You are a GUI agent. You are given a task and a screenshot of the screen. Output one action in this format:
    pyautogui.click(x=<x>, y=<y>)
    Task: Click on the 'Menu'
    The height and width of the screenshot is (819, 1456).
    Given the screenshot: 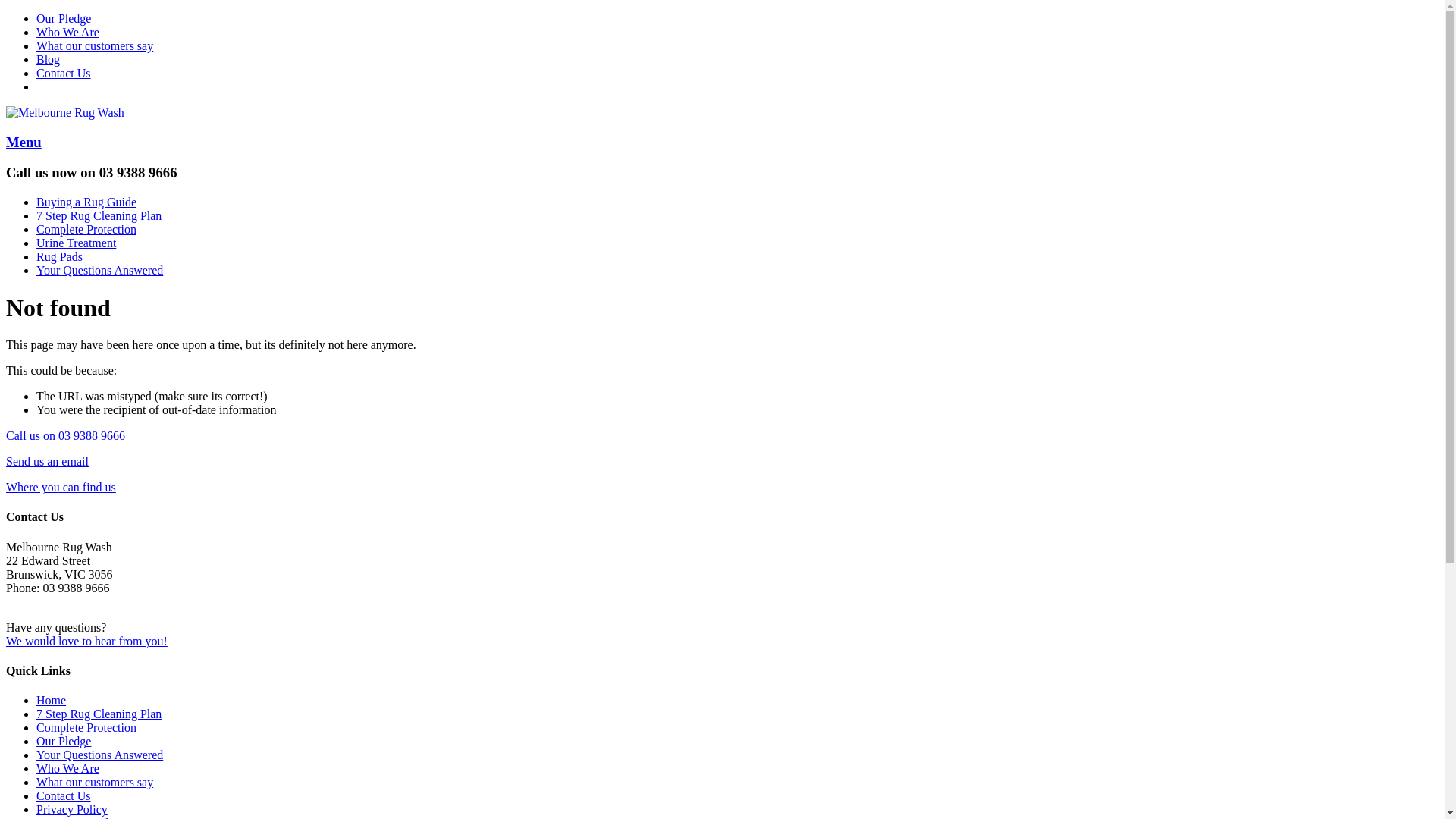 What is the action you would take?
    pyautogui.click(x=6, y=142)
    